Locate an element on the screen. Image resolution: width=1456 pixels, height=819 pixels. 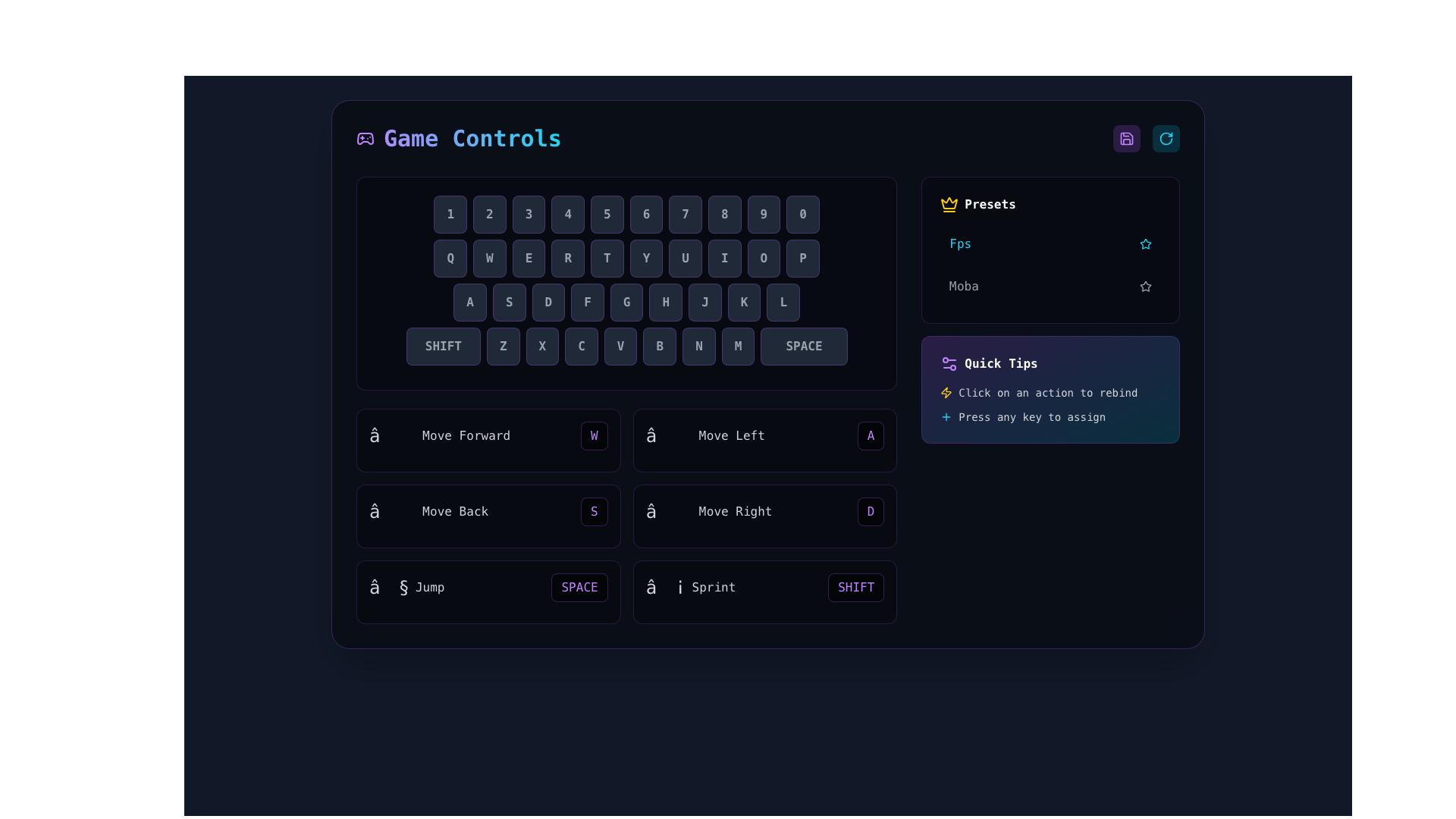
details of the interactive card displaying the 'Sprint' action binding associated with the 'SHIFT' key, located in the bottom right column of the grid layout is located at coordinates (764, 591).